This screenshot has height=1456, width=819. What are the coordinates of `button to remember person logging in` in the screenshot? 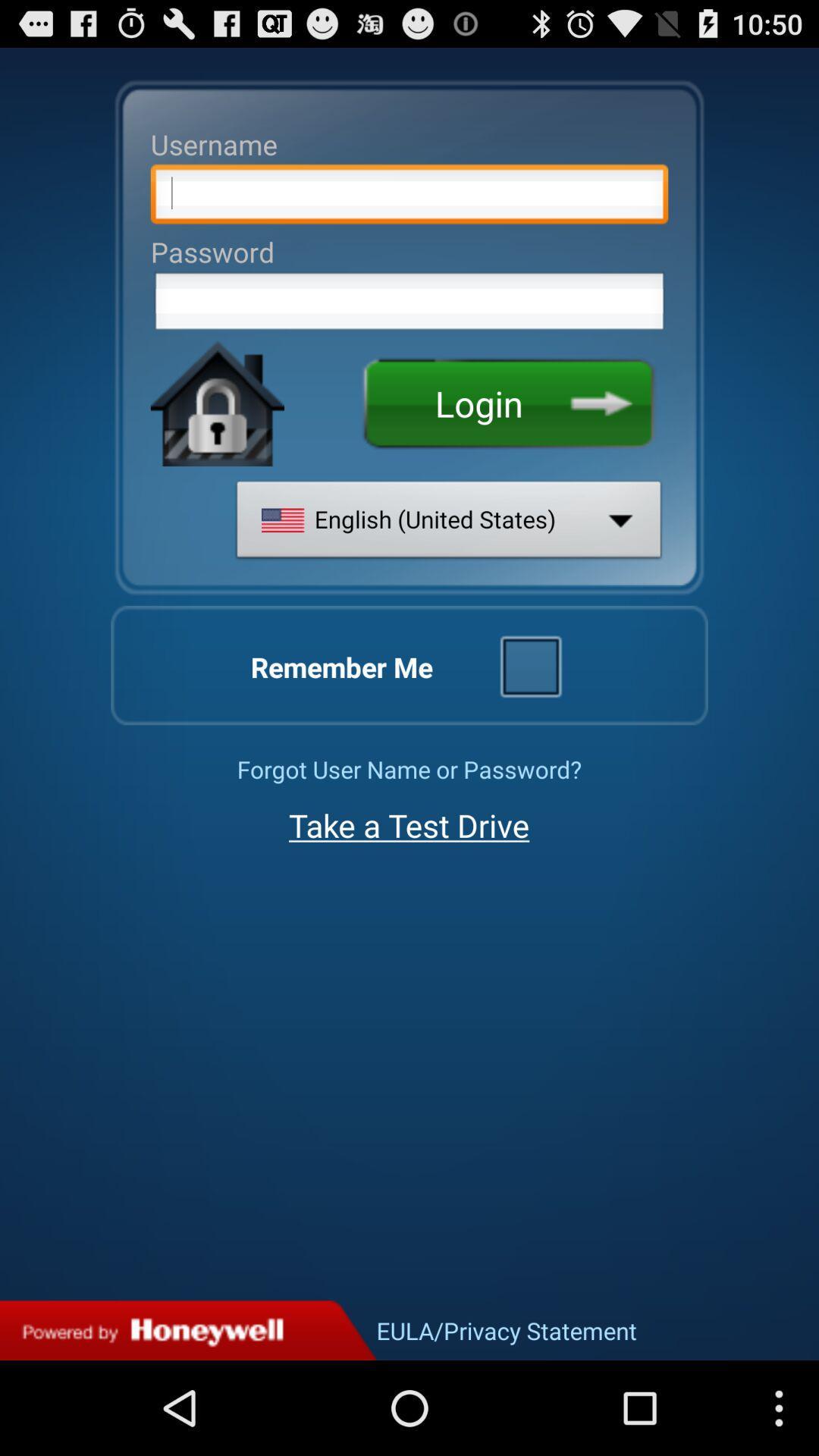 It's located at (529, 665).